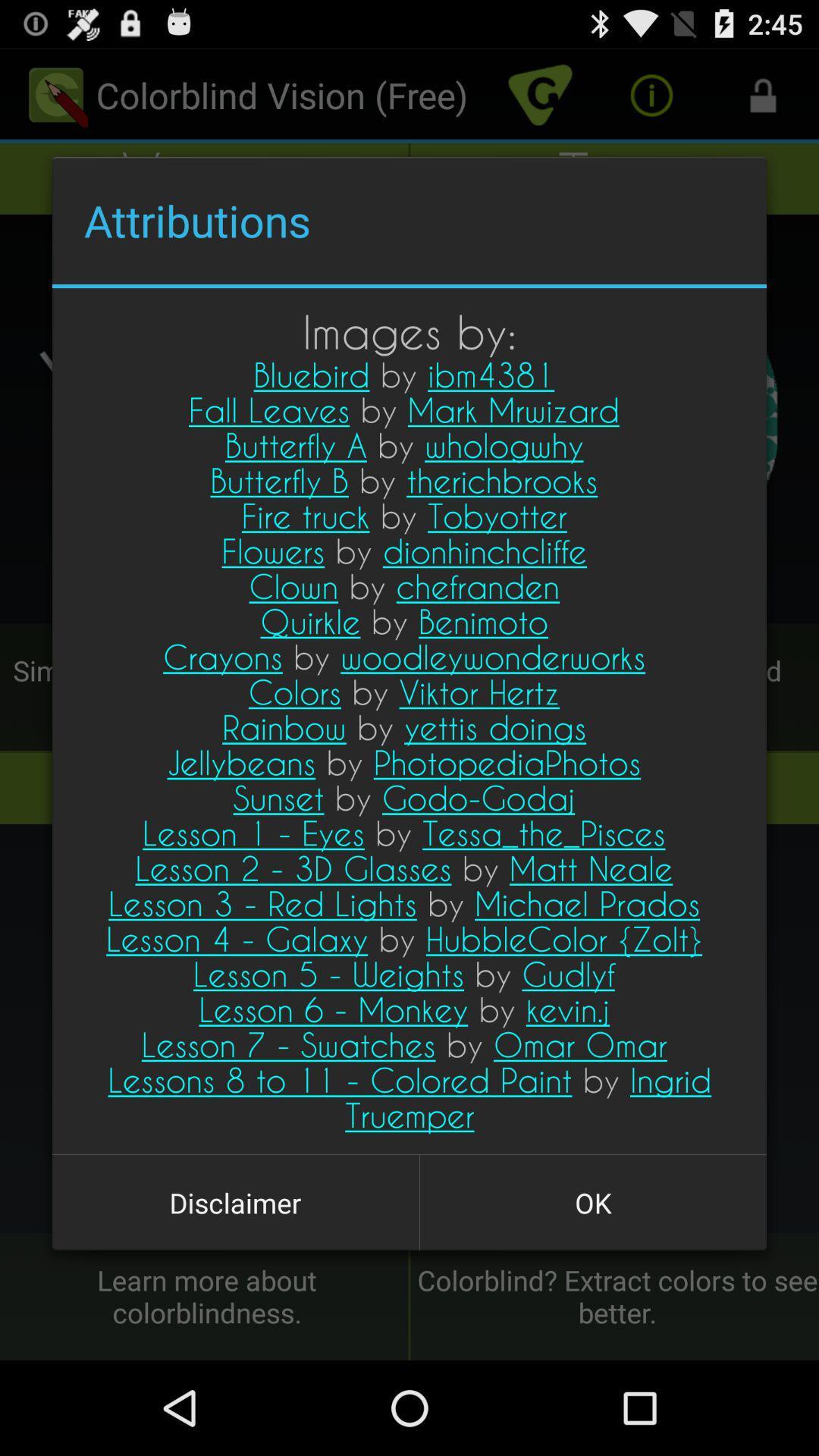 This screenshot has width=819, height=1456. I want to click on the icon to the left of ok button, so click(235, 1202).